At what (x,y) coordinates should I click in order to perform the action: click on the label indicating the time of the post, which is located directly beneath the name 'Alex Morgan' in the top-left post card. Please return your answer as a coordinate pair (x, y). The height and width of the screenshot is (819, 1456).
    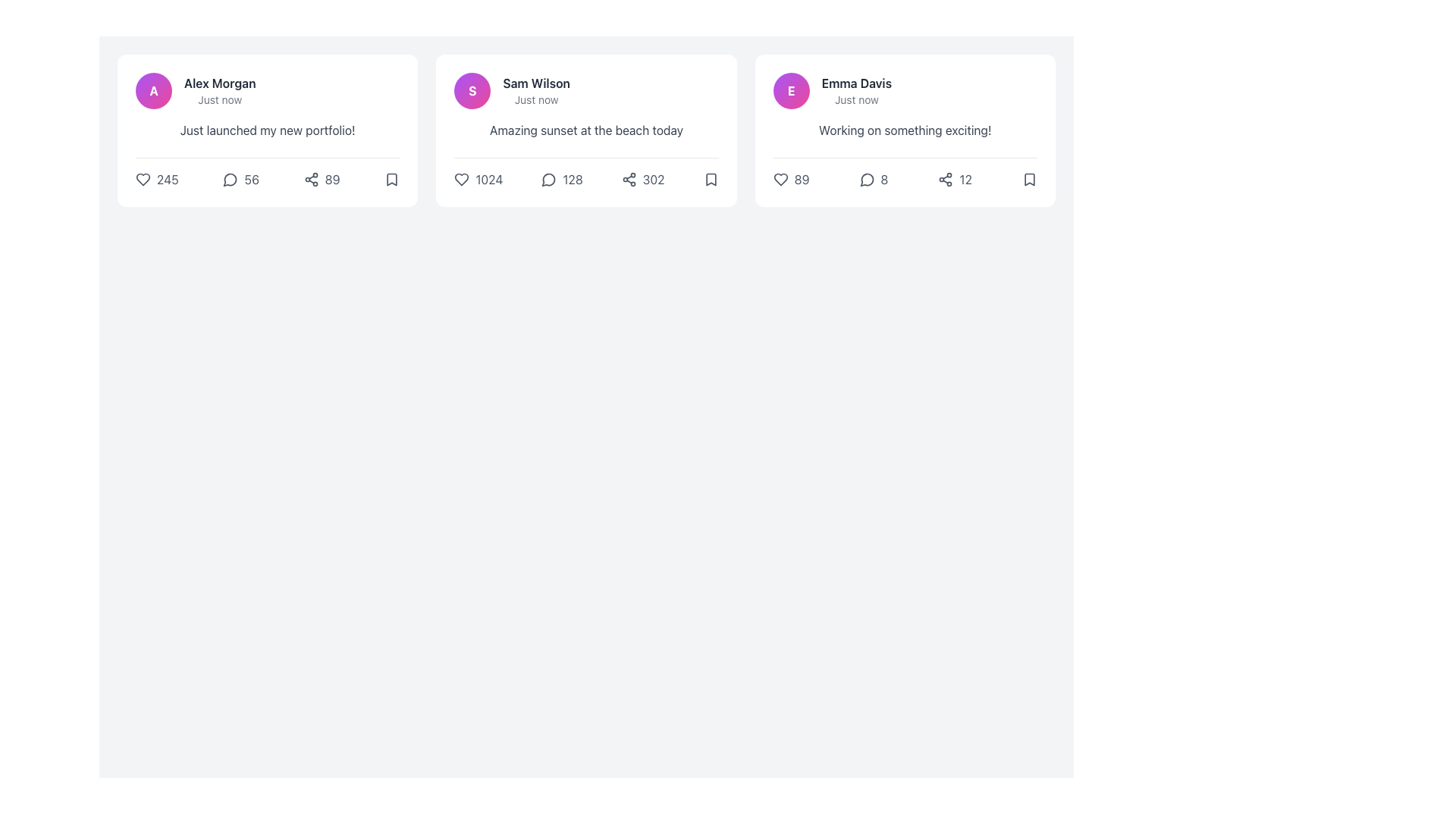
    Looking at the image, I should click on (219, 99).